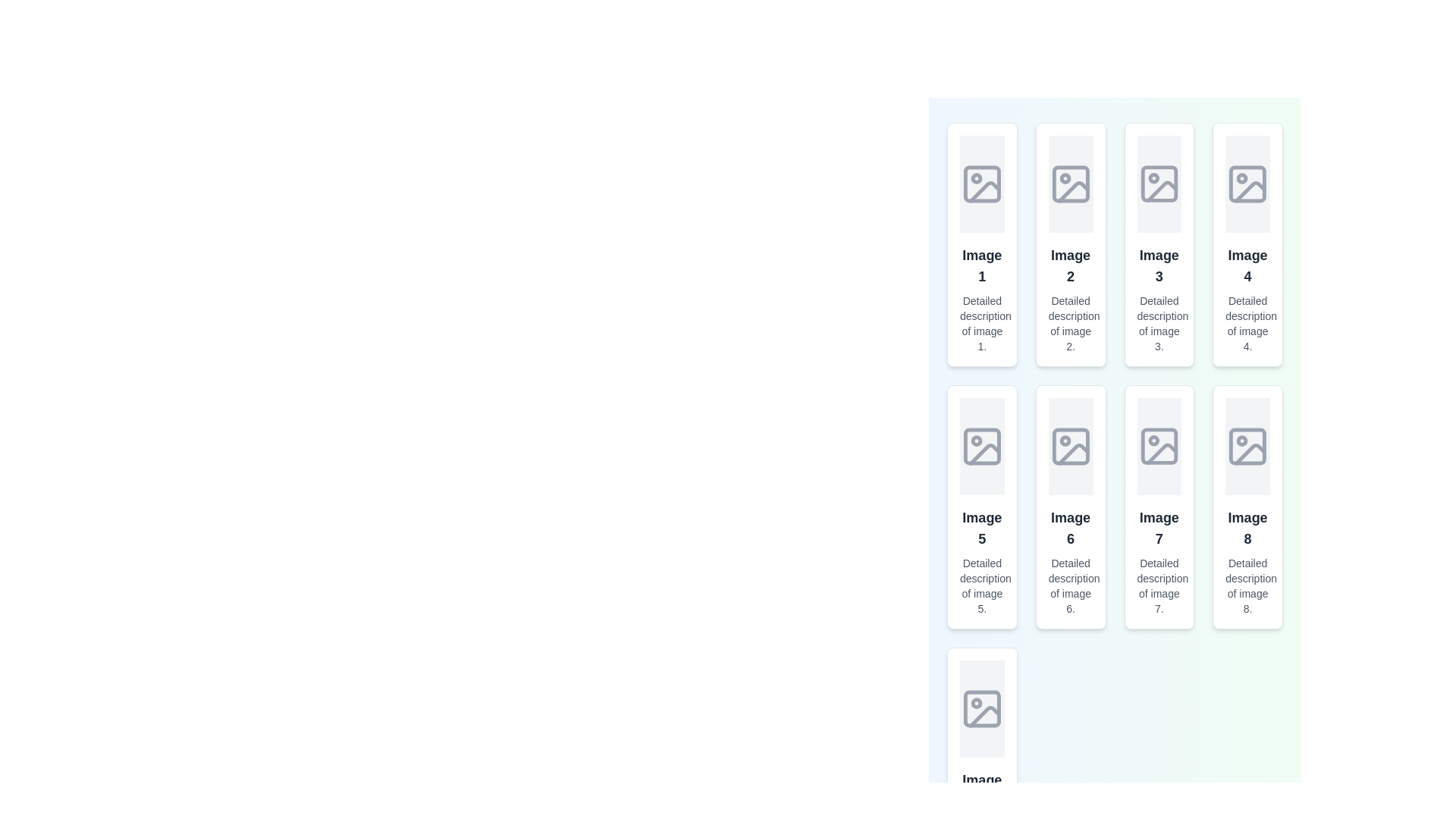 This screenshot has width=1456, height=819. What do you see at coordinates (1070, 184) in the screenshot?
I see `the SVG rectangle component that is part of the graphical representation of a generic image placeholder icon, located in the second image placeholder icon in the first row of a grid view` at bounding box center [1070, 184].